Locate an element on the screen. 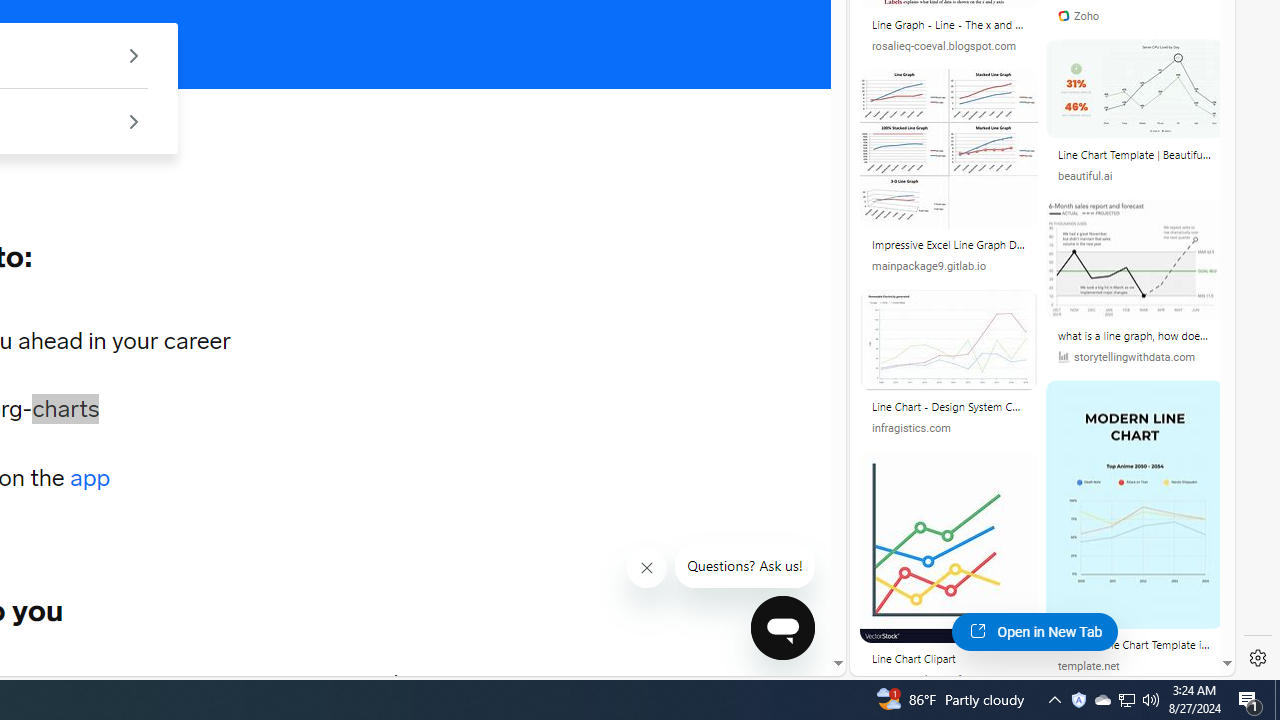  'Line Graph - Line - The x and y axis are used to.' is located at coordinates (948, 28).